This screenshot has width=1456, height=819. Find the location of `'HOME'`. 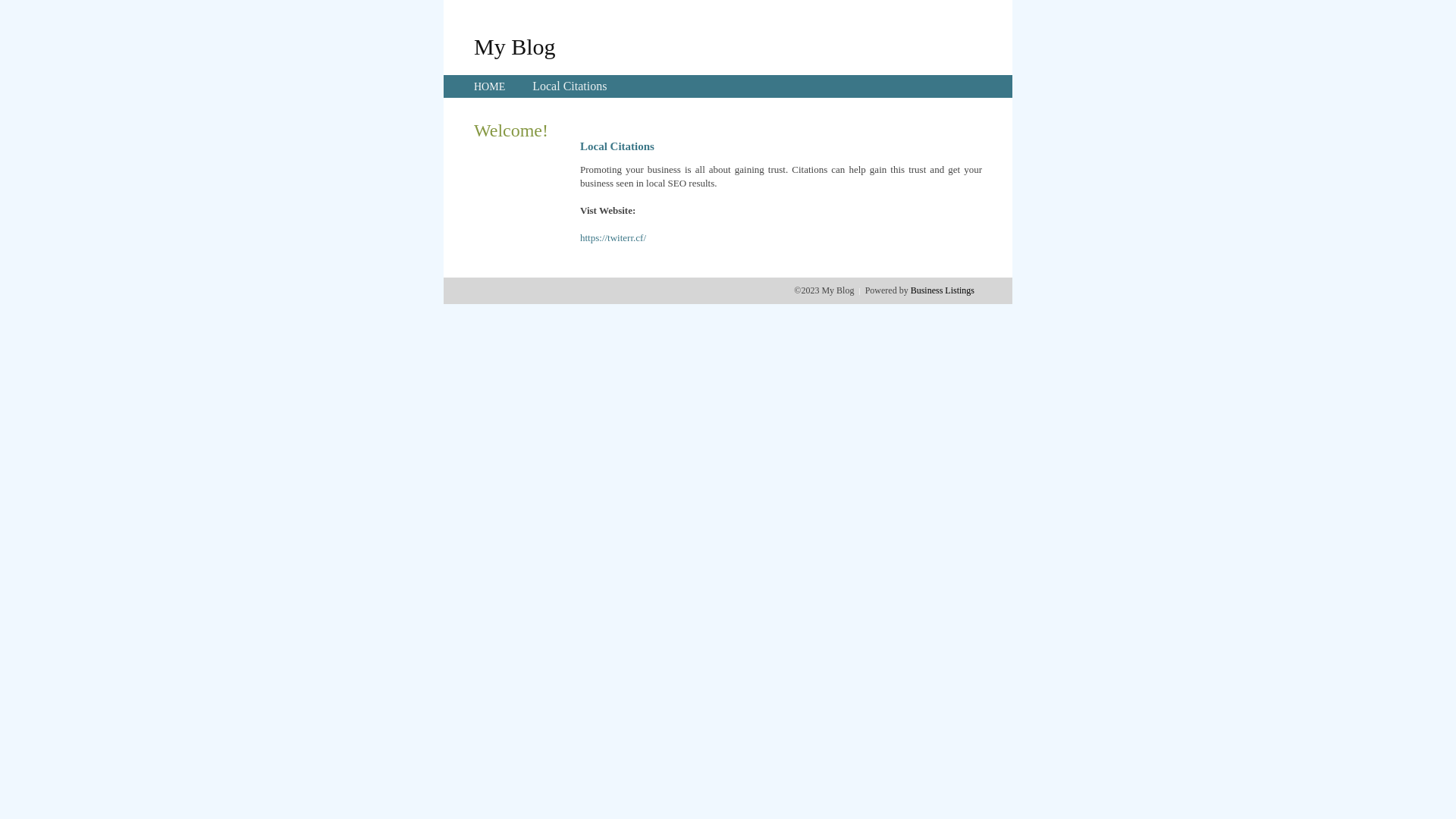

'HOME' is located at coordinates (489, 86).